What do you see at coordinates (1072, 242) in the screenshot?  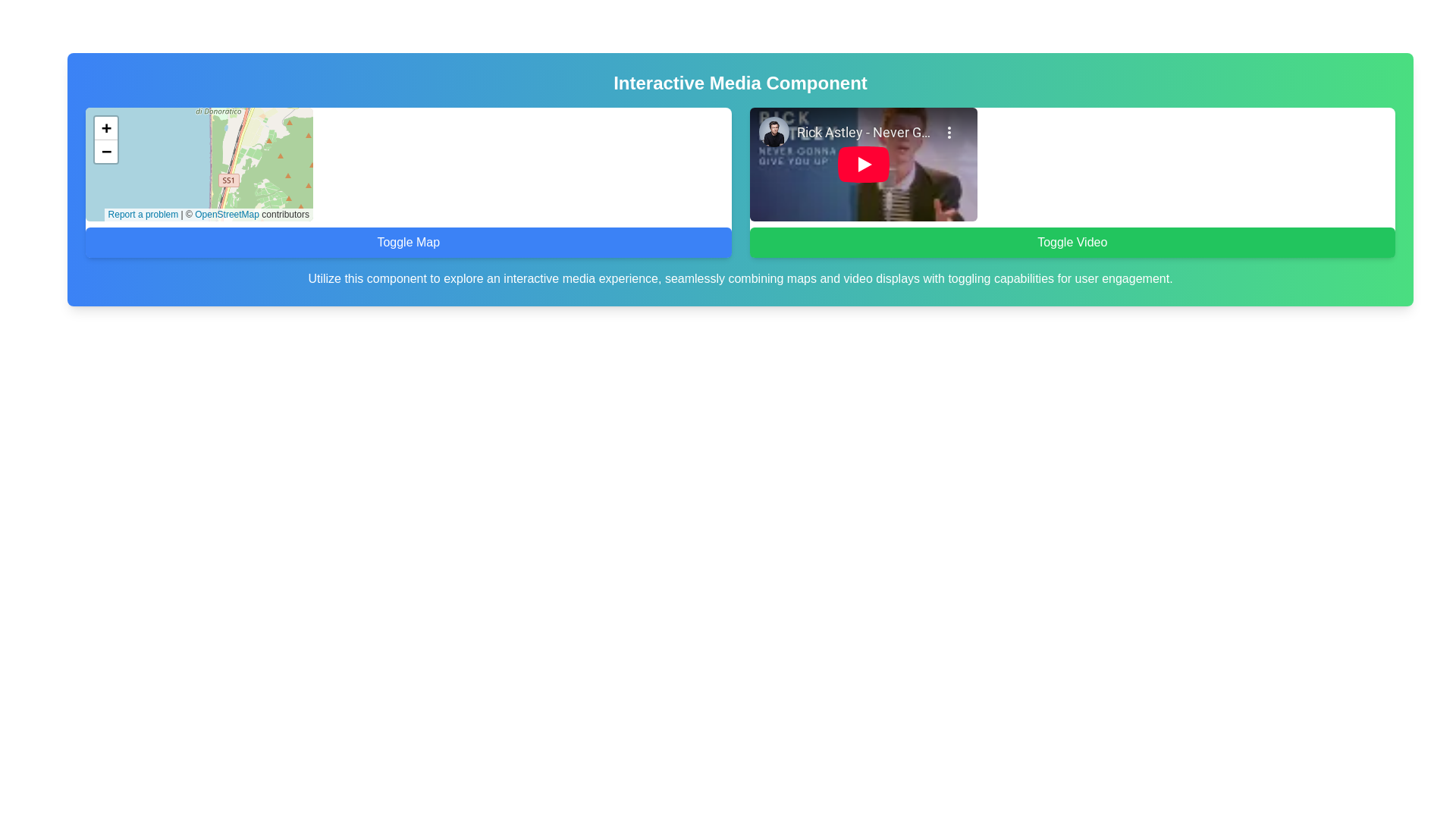 I see `the 'Toggle Video' button with a green background and white text` at bounding box center [1072, 242].